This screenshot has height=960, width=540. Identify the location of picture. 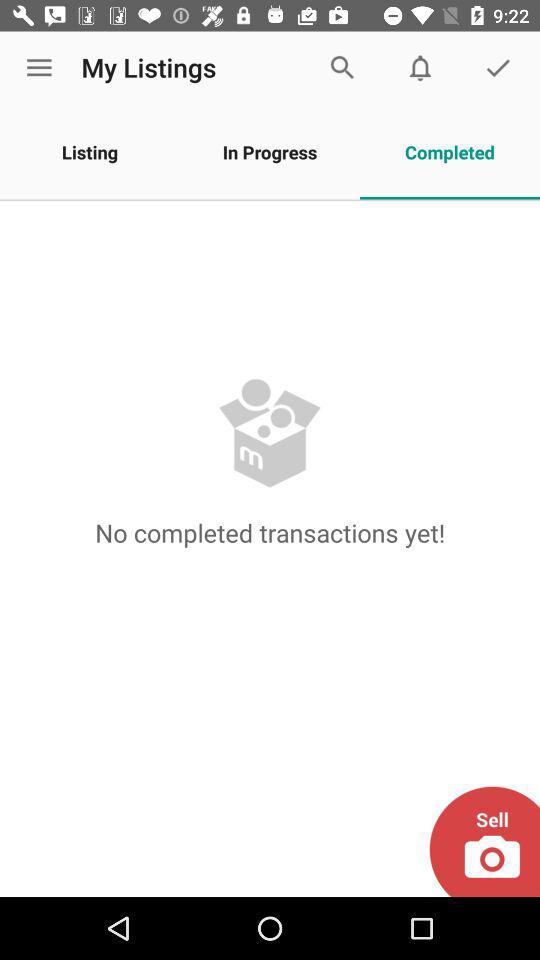
(483, 840).